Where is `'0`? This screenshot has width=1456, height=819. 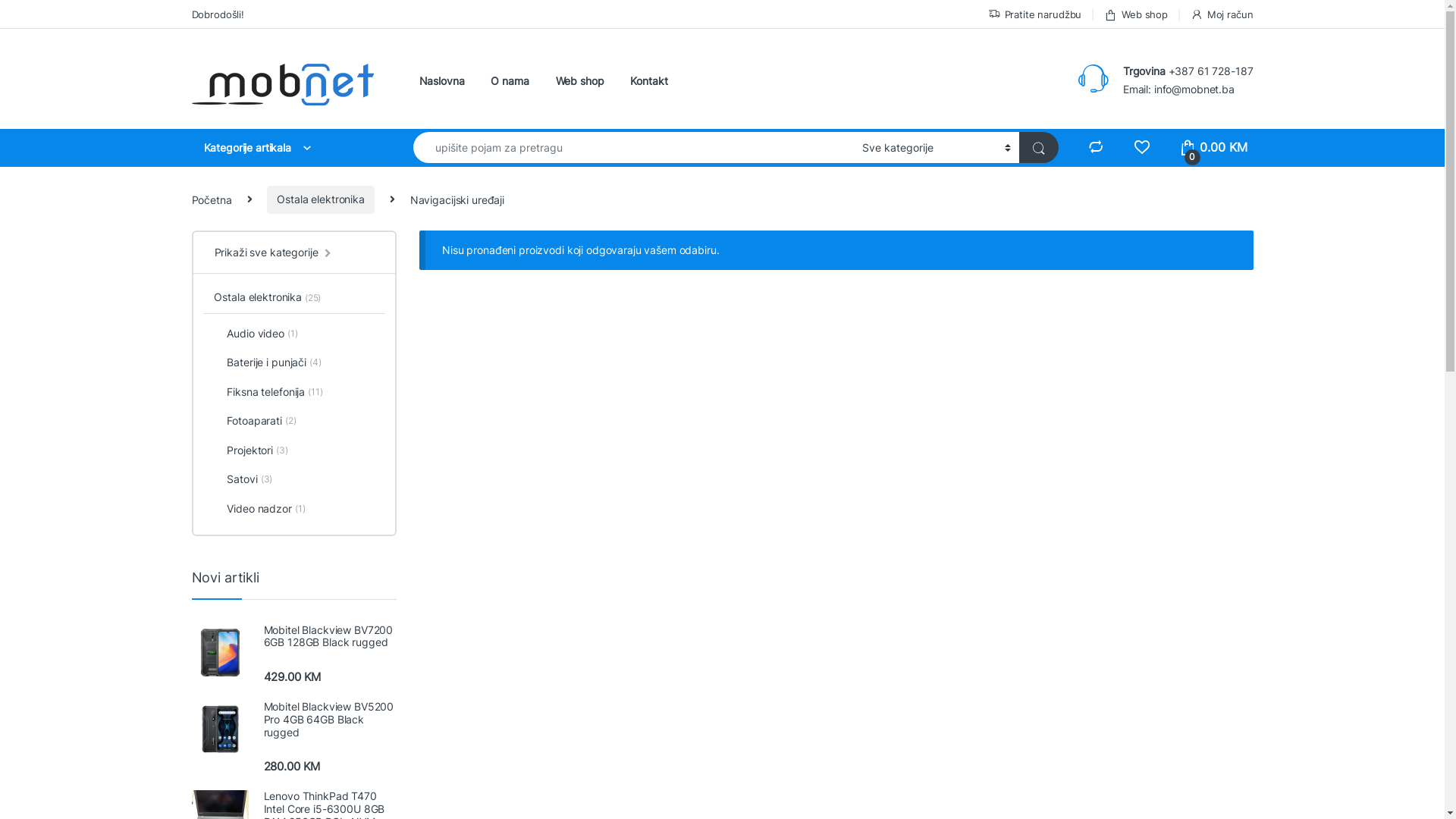 '0 is located at coordinates (1178, 148).